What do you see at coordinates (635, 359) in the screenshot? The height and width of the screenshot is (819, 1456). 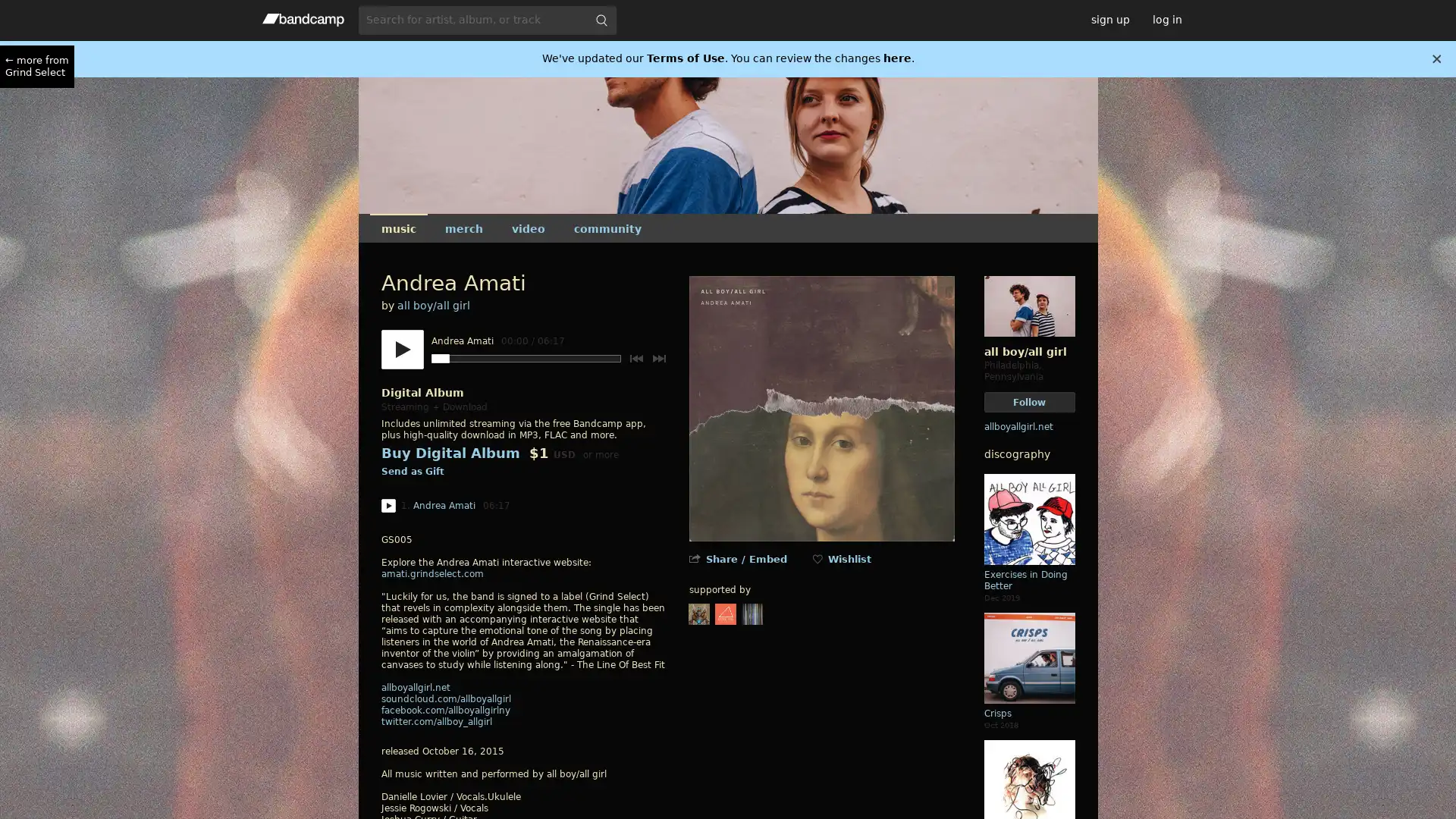 I see `Previous track` at bounding box center [635, 359].